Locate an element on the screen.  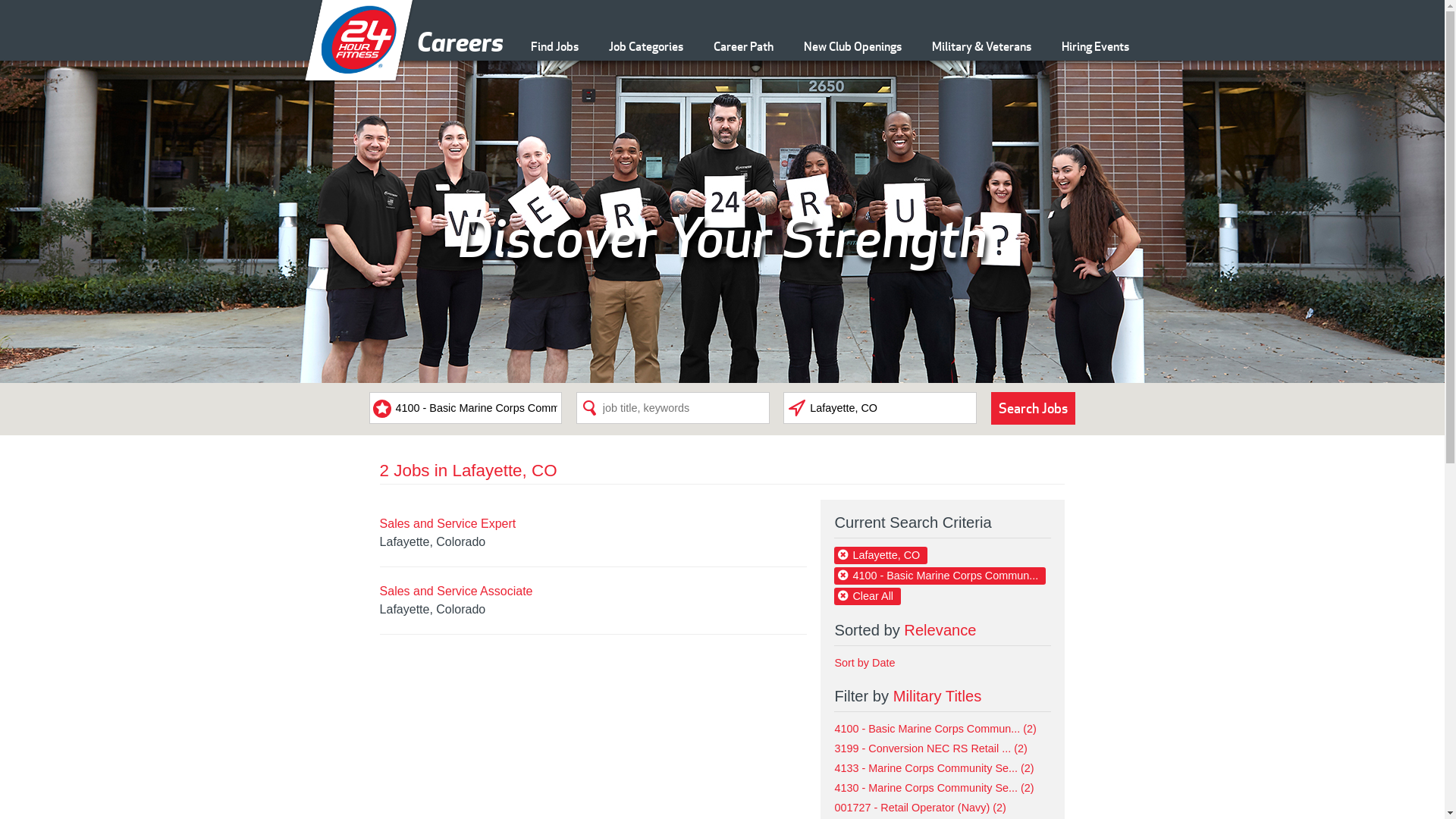
'Lafayette, CO' is located at coordinates (880, 555).